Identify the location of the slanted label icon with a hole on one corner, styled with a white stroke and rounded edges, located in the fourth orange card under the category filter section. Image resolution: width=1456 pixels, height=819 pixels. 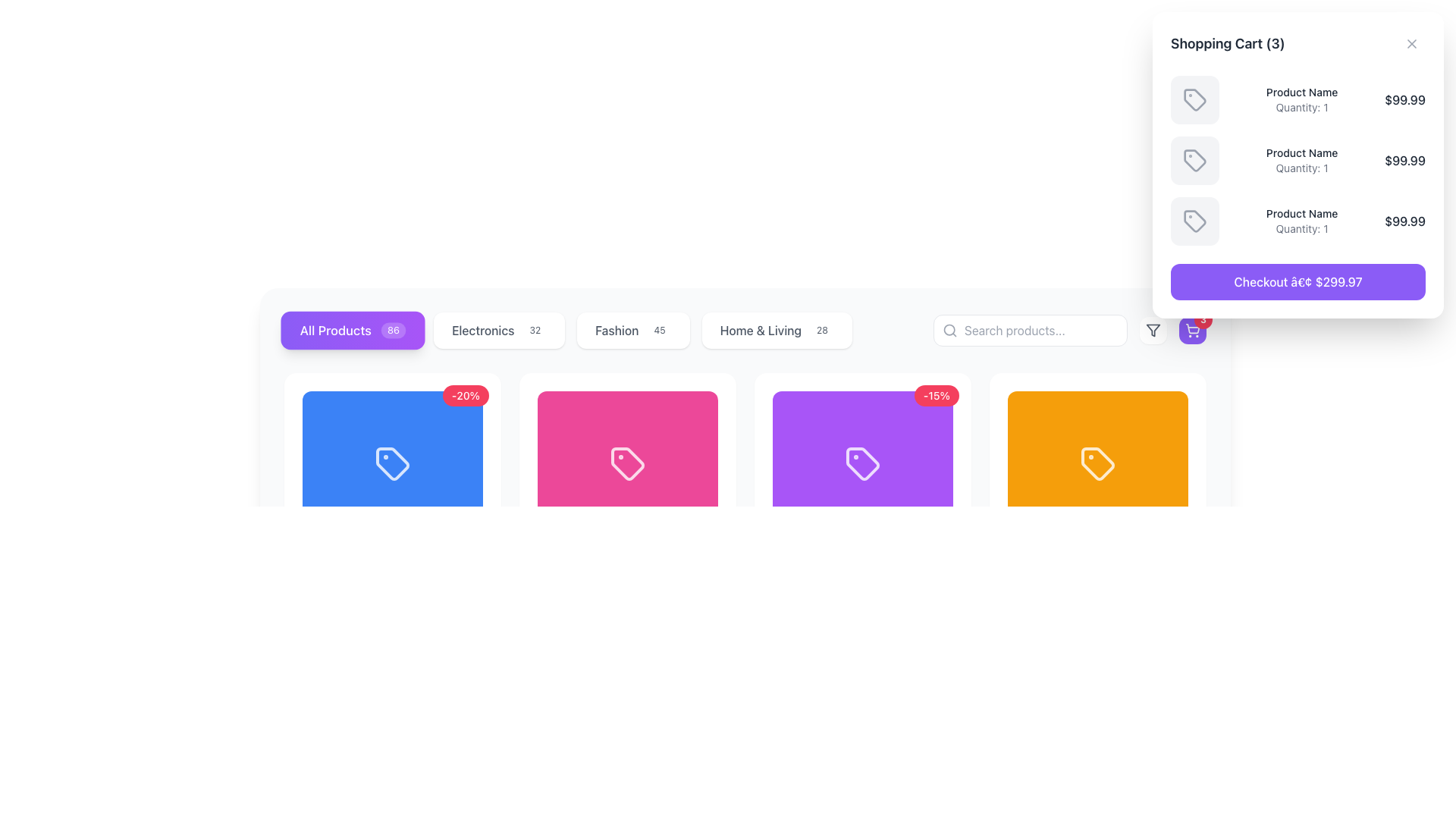
(1098, 463).